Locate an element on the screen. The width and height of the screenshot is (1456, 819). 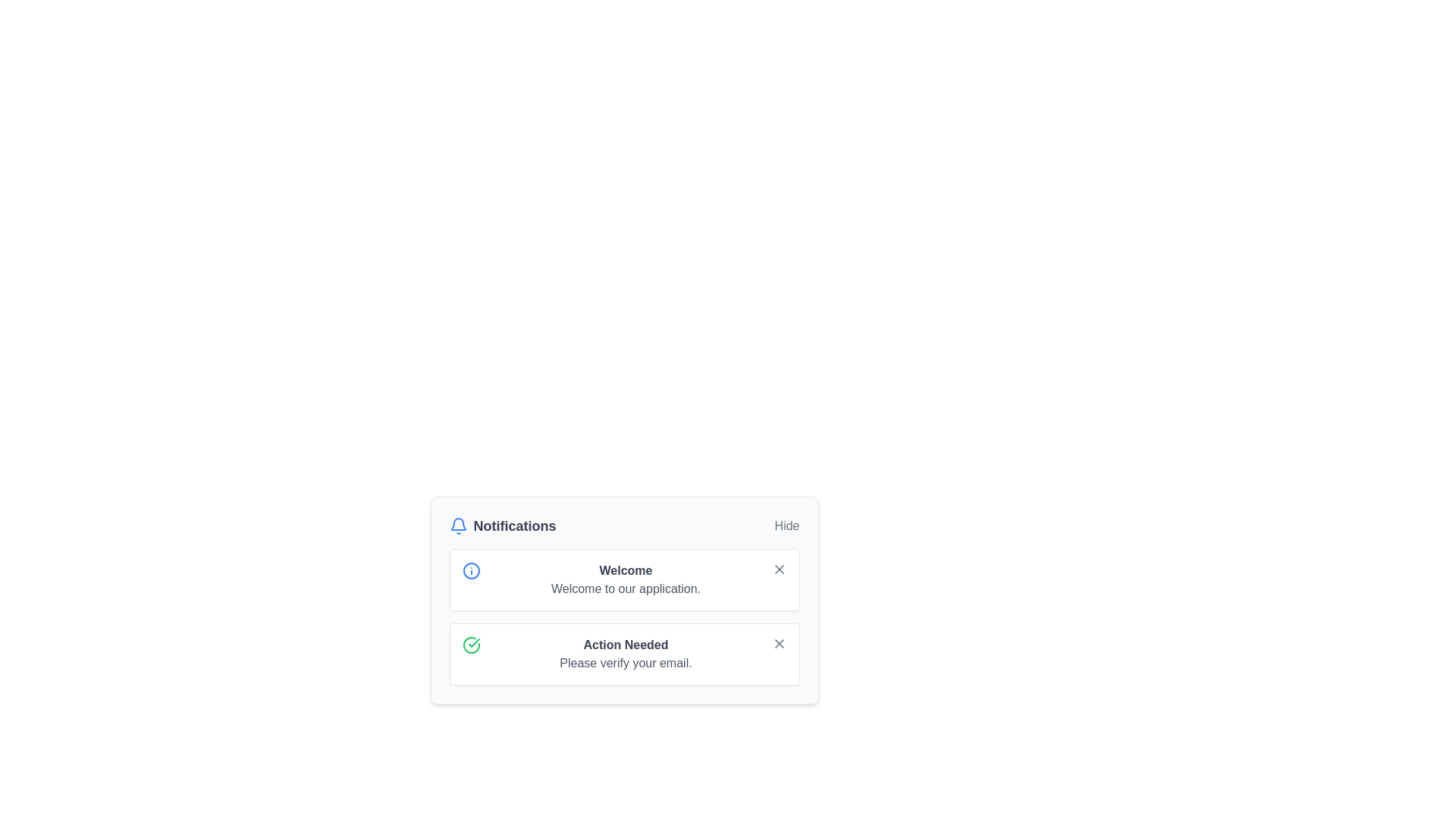
the notification bell icon located at the top-left of the notification panel is located at coordinates (457, 523).